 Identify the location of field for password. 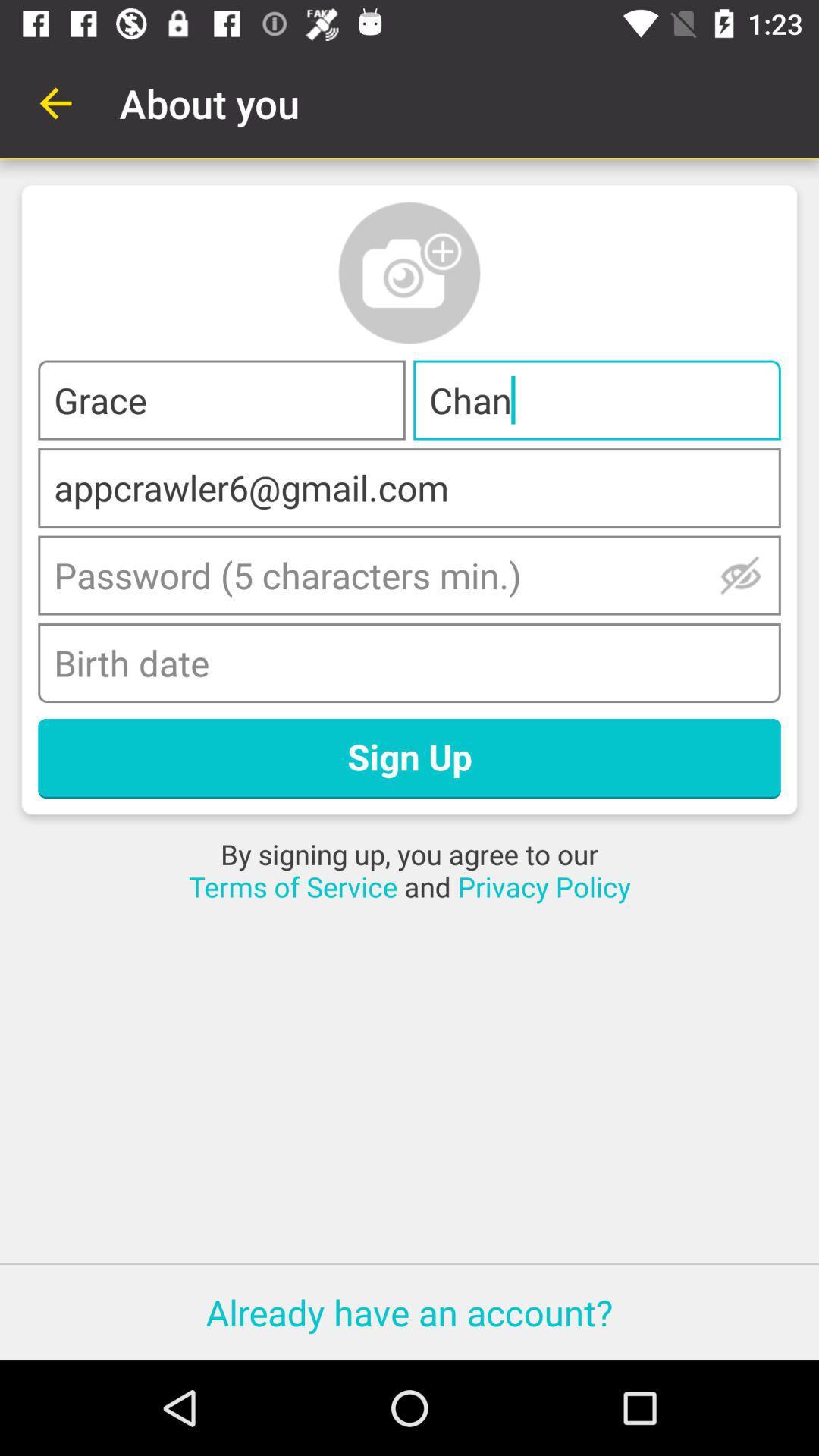
(409, 574).